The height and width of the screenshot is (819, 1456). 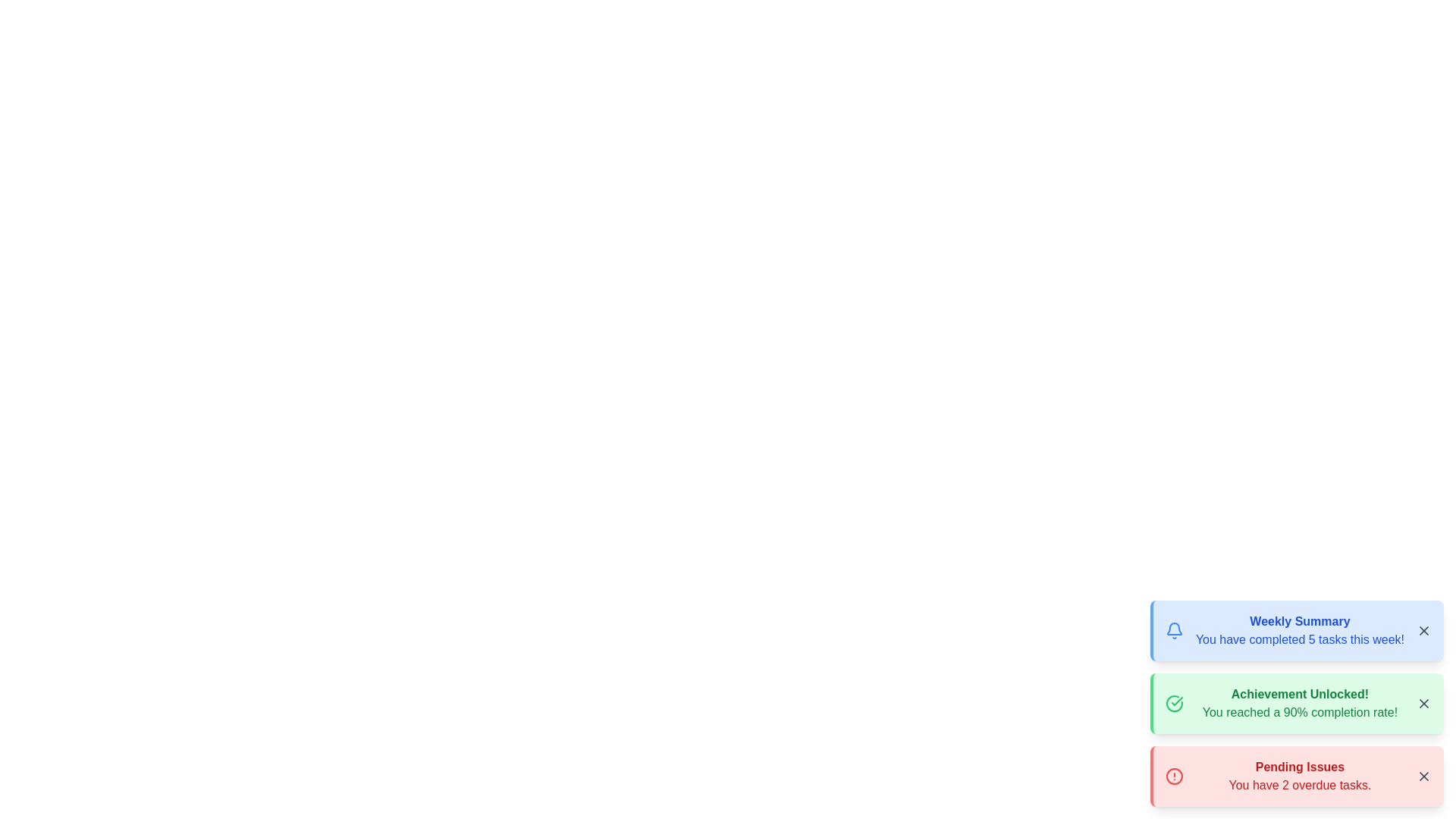 What do you see at coordinates (1423, 631) in the screenshot?
I see `dismiss button of the notification with the title Weekly Summary` at bounding box center [1423, 631].